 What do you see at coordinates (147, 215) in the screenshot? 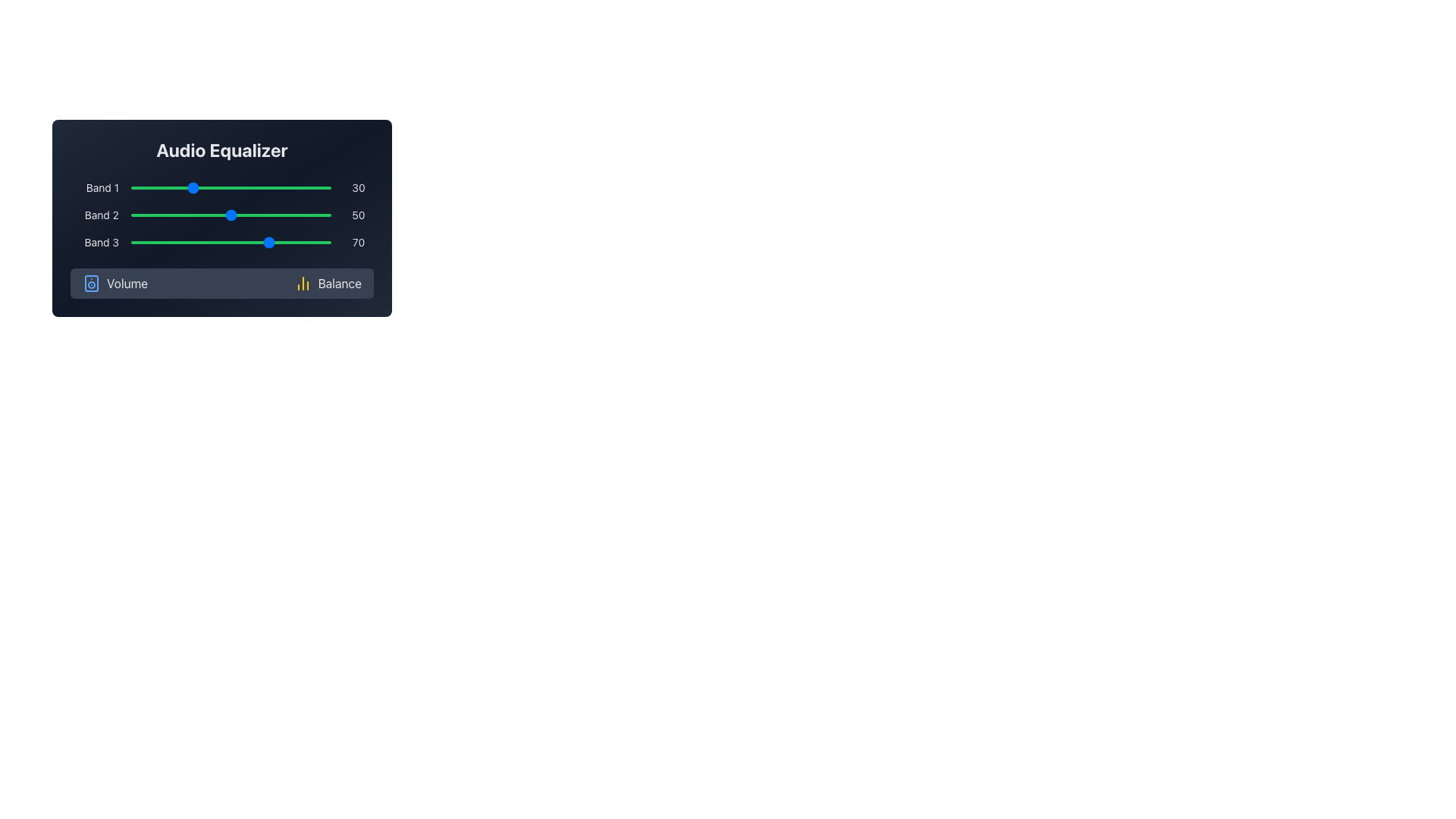
I see `the frequency slider` at bounding box center [147, 215].